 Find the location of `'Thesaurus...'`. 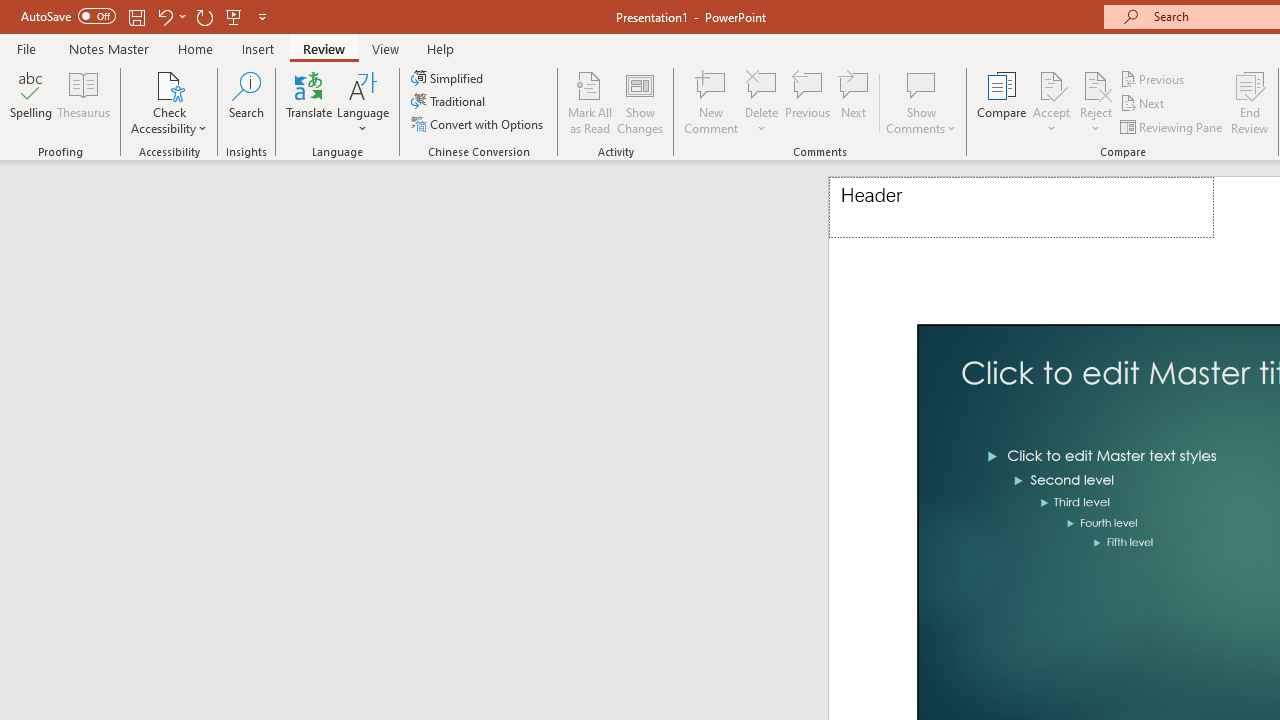

'Thesaurus...' is located at coordinates (82, 103).